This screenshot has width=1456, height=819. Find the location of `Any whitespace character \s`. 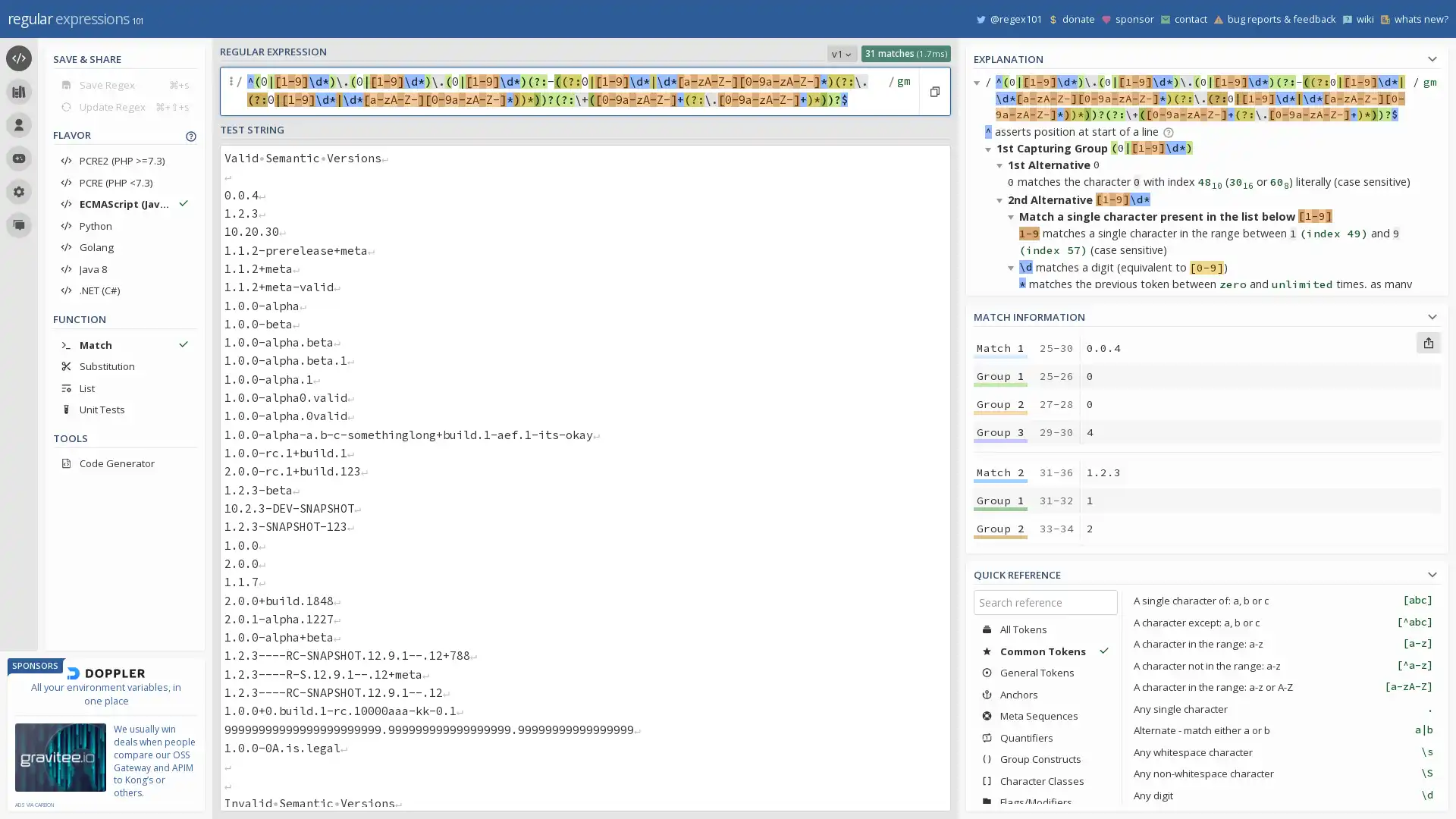

Any whitespace character \s is located at coordinates (1282, 752).